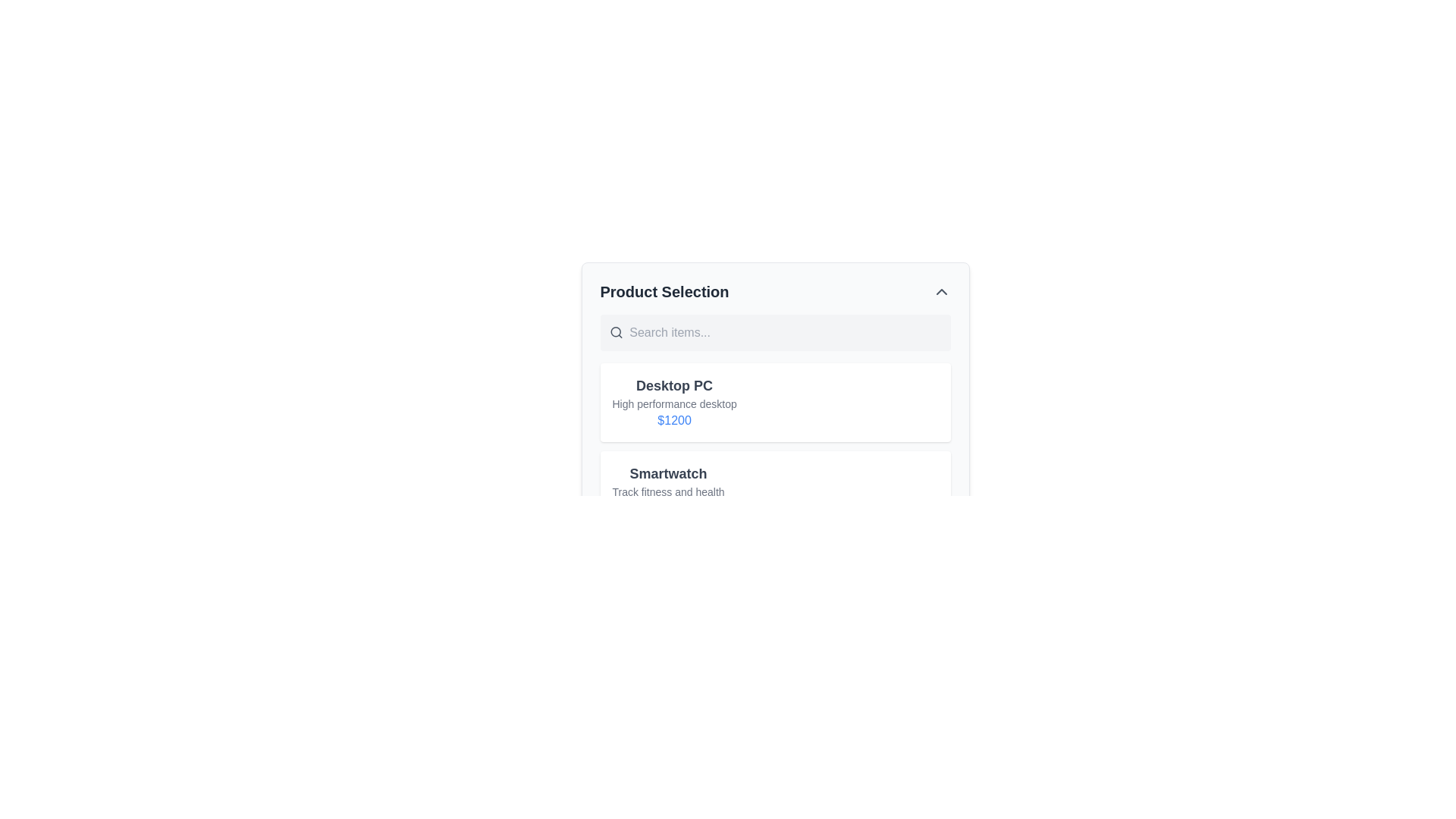 The height and width of the screenshot is (819, 1456). I want to click on price value displayed as '$1200' in blue font, located at the bottom of the product summary block, beneath the product name 'Desktop PC' and description 'High performance desktop', so click(673, 421).